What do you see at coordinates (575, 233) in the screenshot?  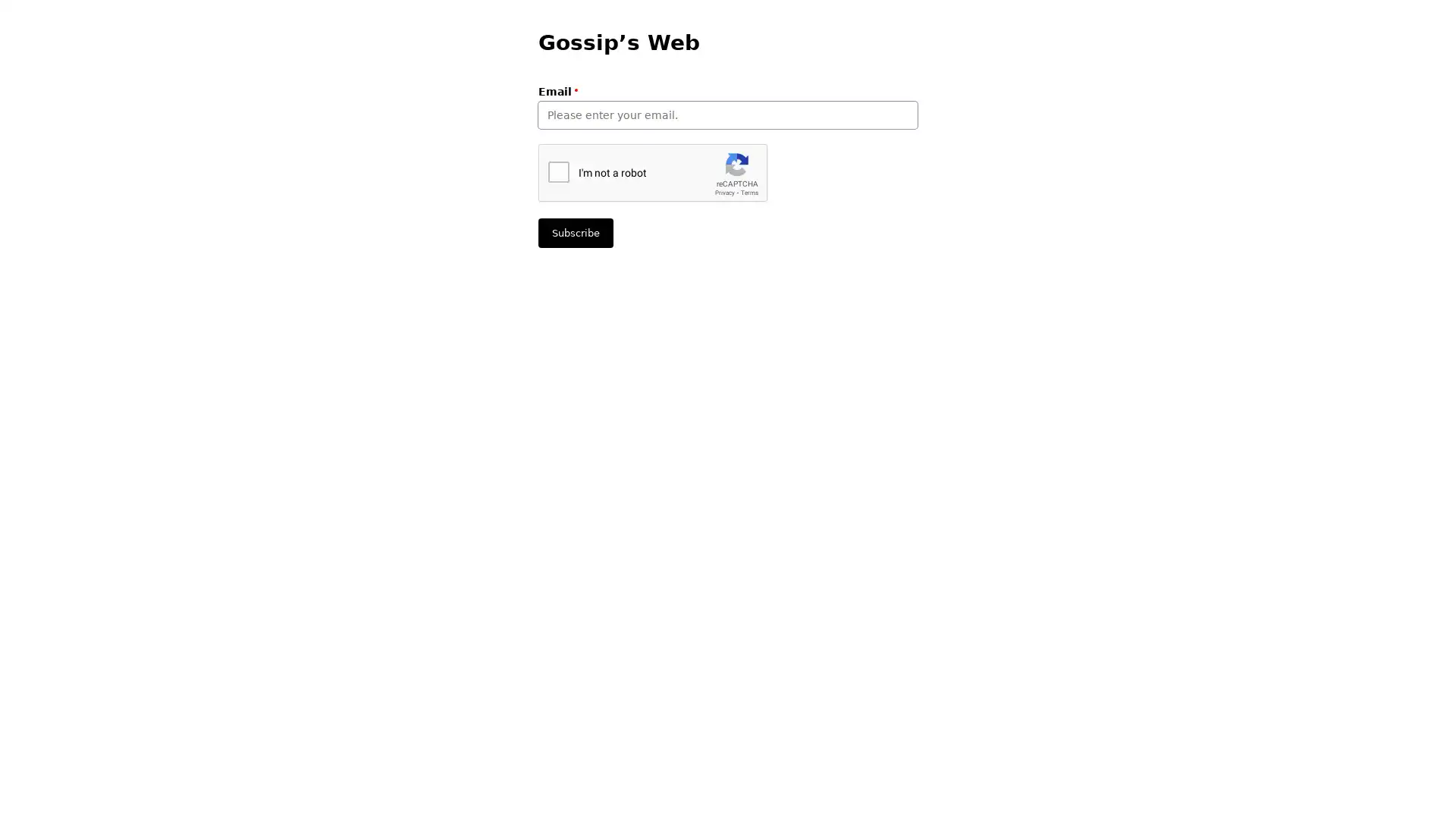 I see `Subscribe` at bounding box center [575, 233].